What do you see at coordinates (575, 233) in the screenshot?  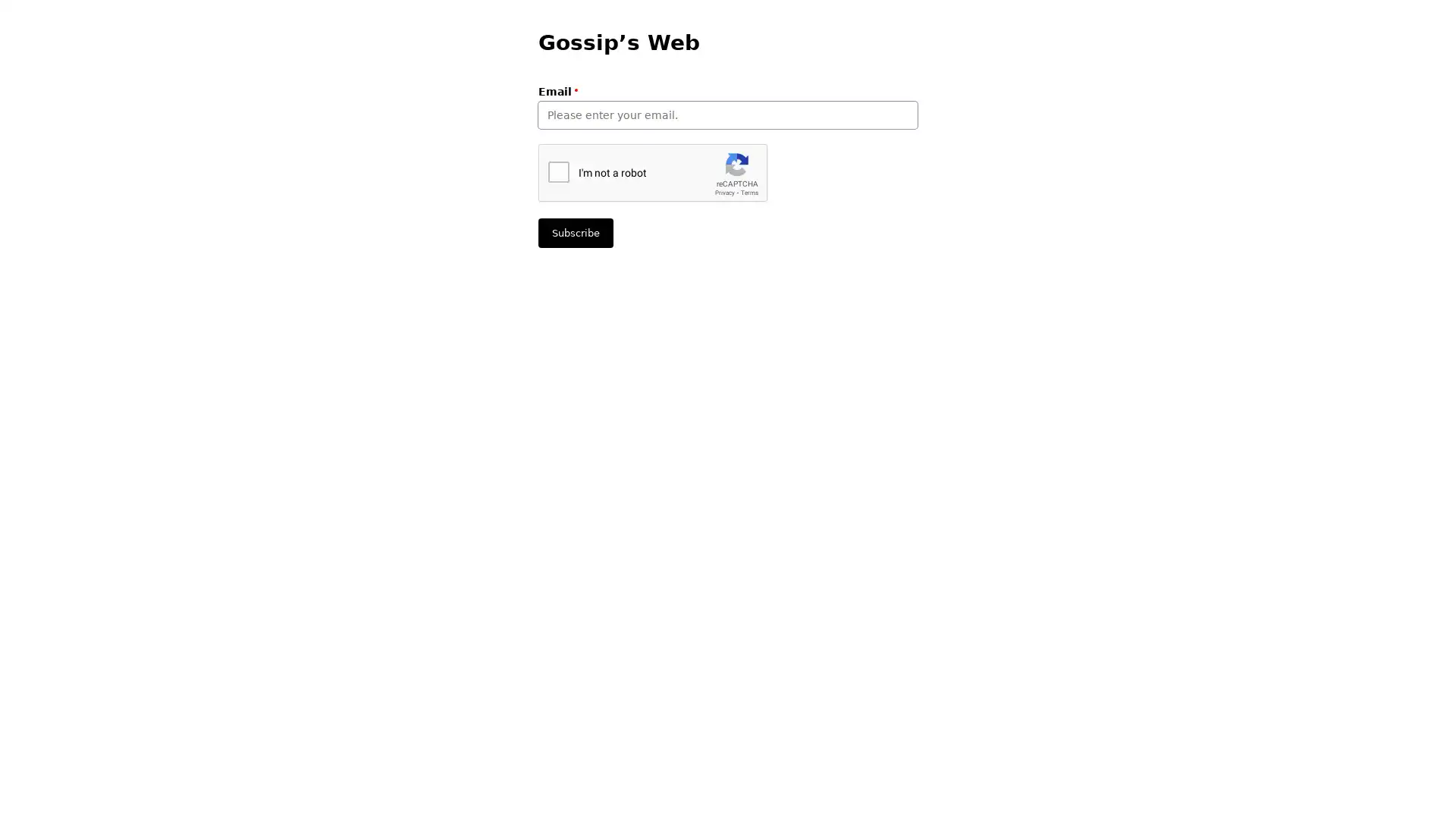 I see `Subscribe` at bounding box center [575, 233].